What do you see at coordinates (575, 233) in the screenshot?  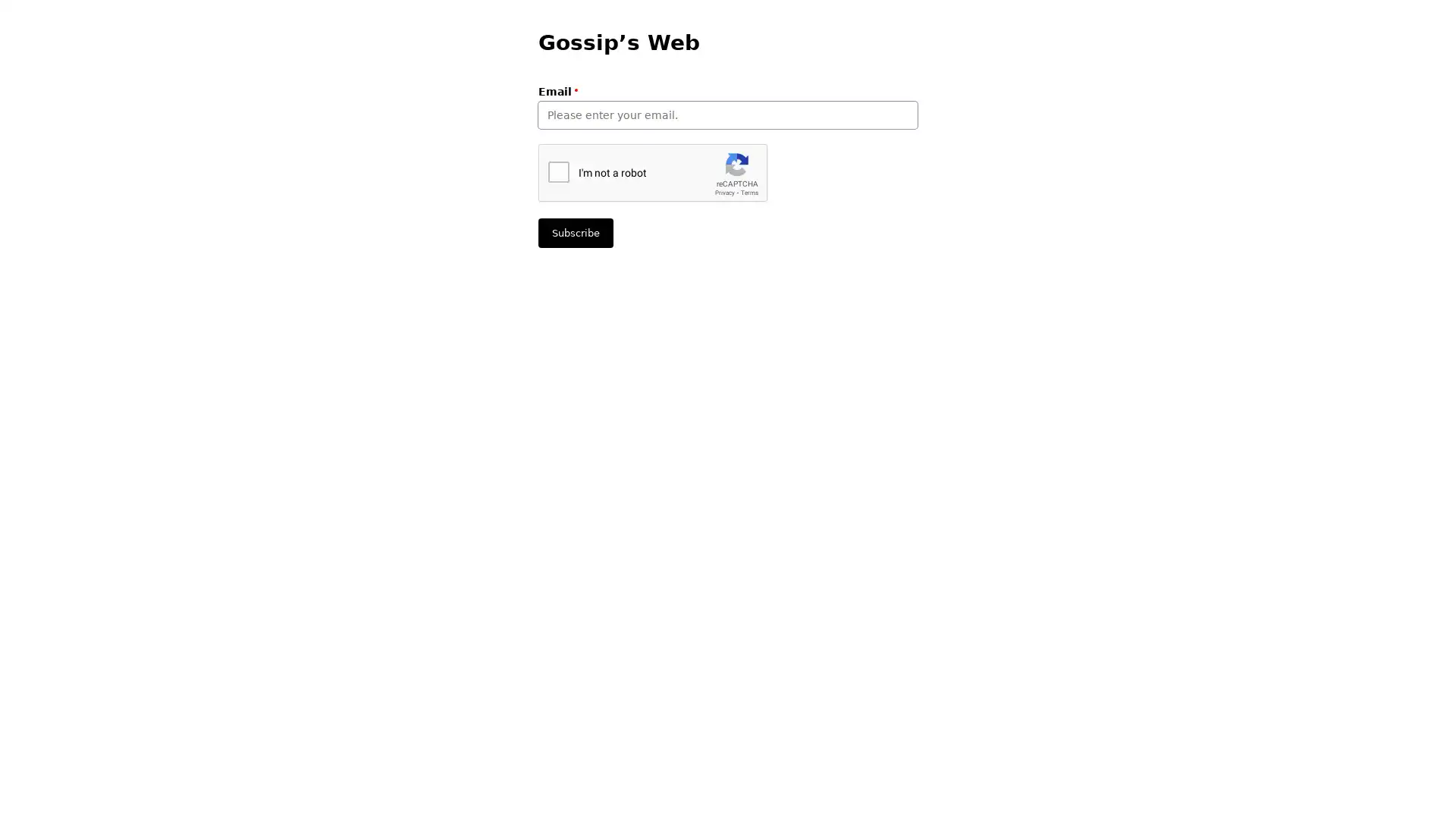 I see `Subscribe` at bounding box center [575, 233].